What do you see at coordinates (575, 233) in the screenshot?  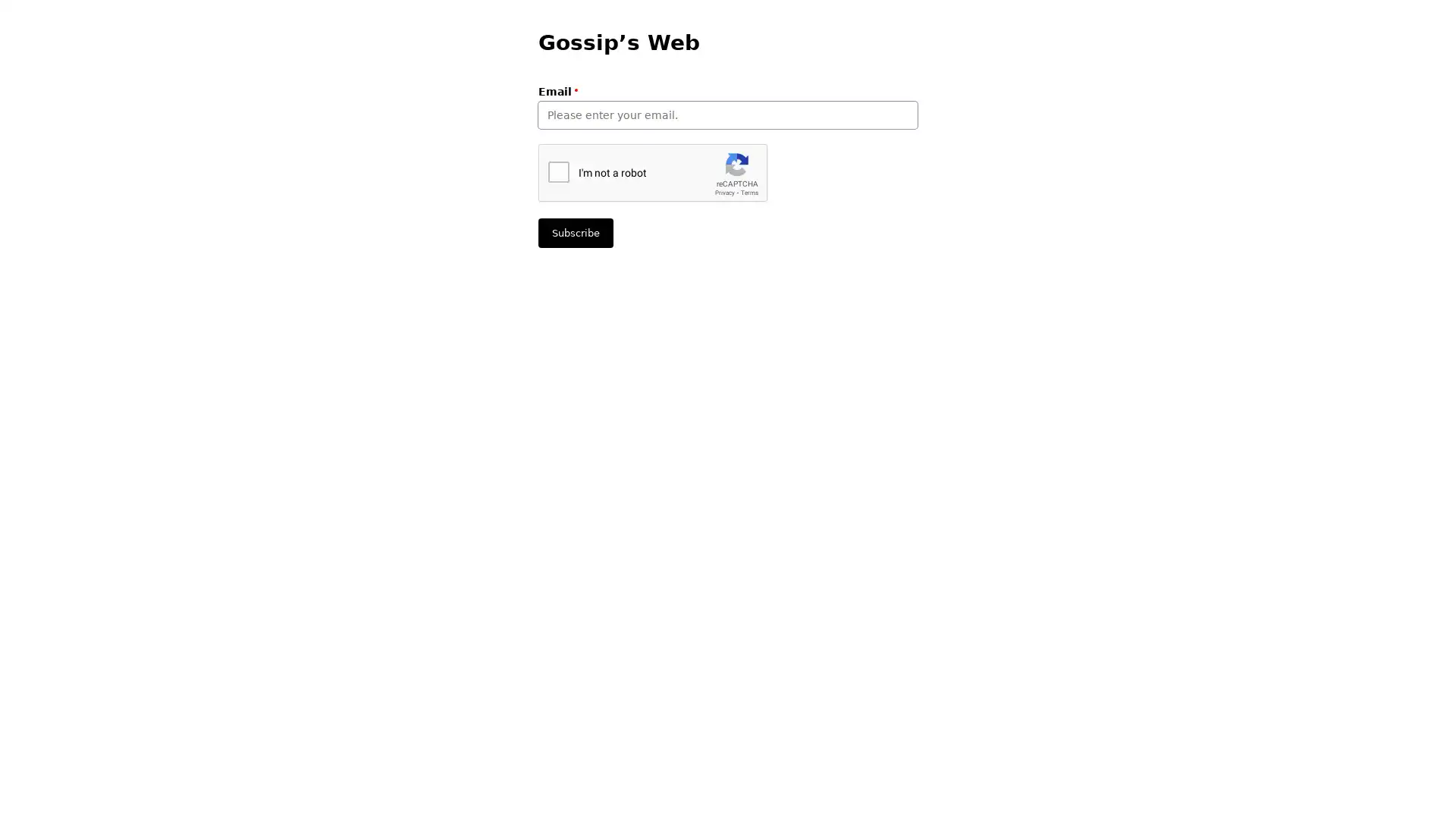 I see `Subscribe` at bounding box center [575, 233].